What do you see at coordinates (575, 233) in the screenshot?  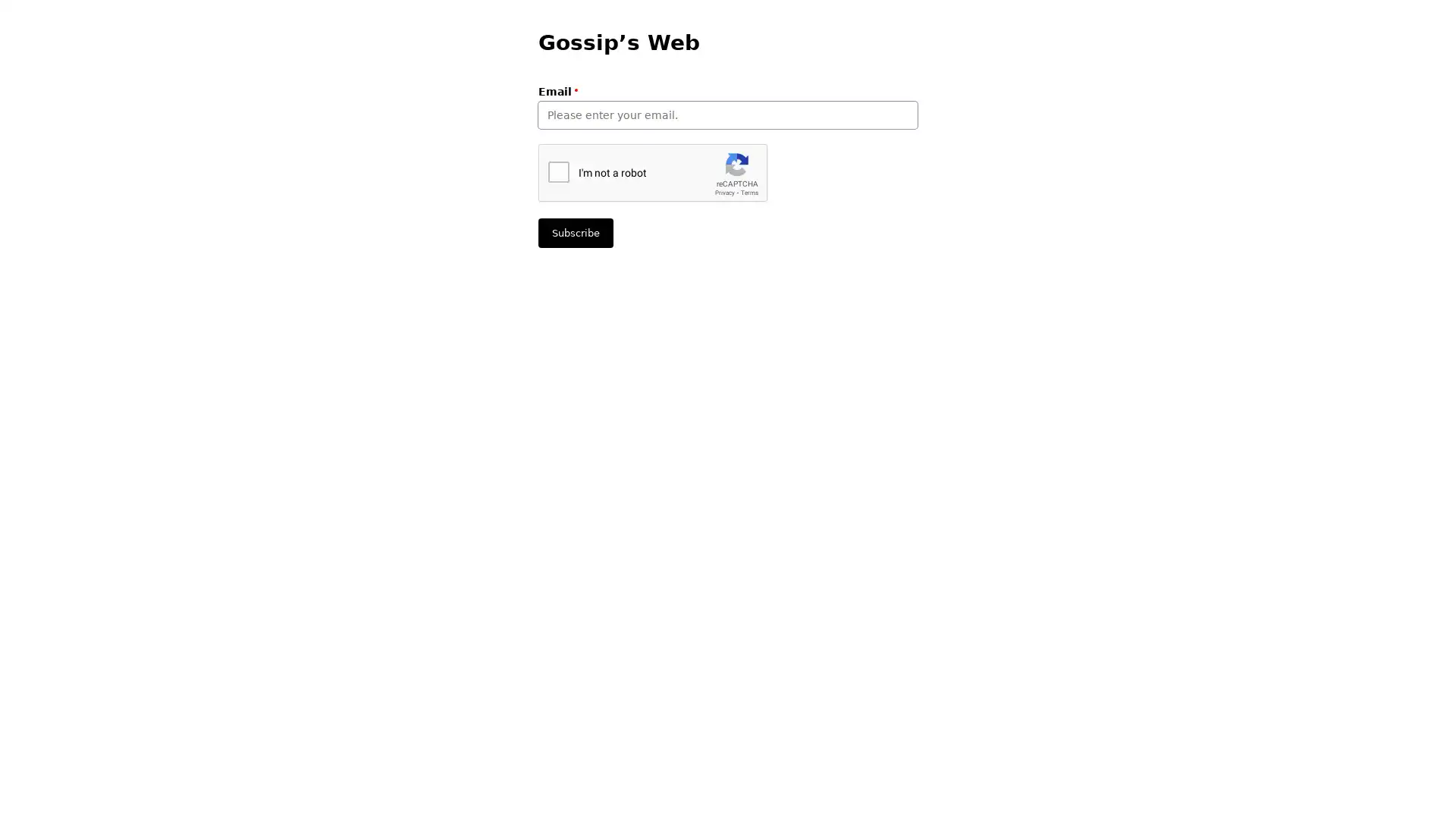 I see `Subscribe` at bounding box center [575, 233].